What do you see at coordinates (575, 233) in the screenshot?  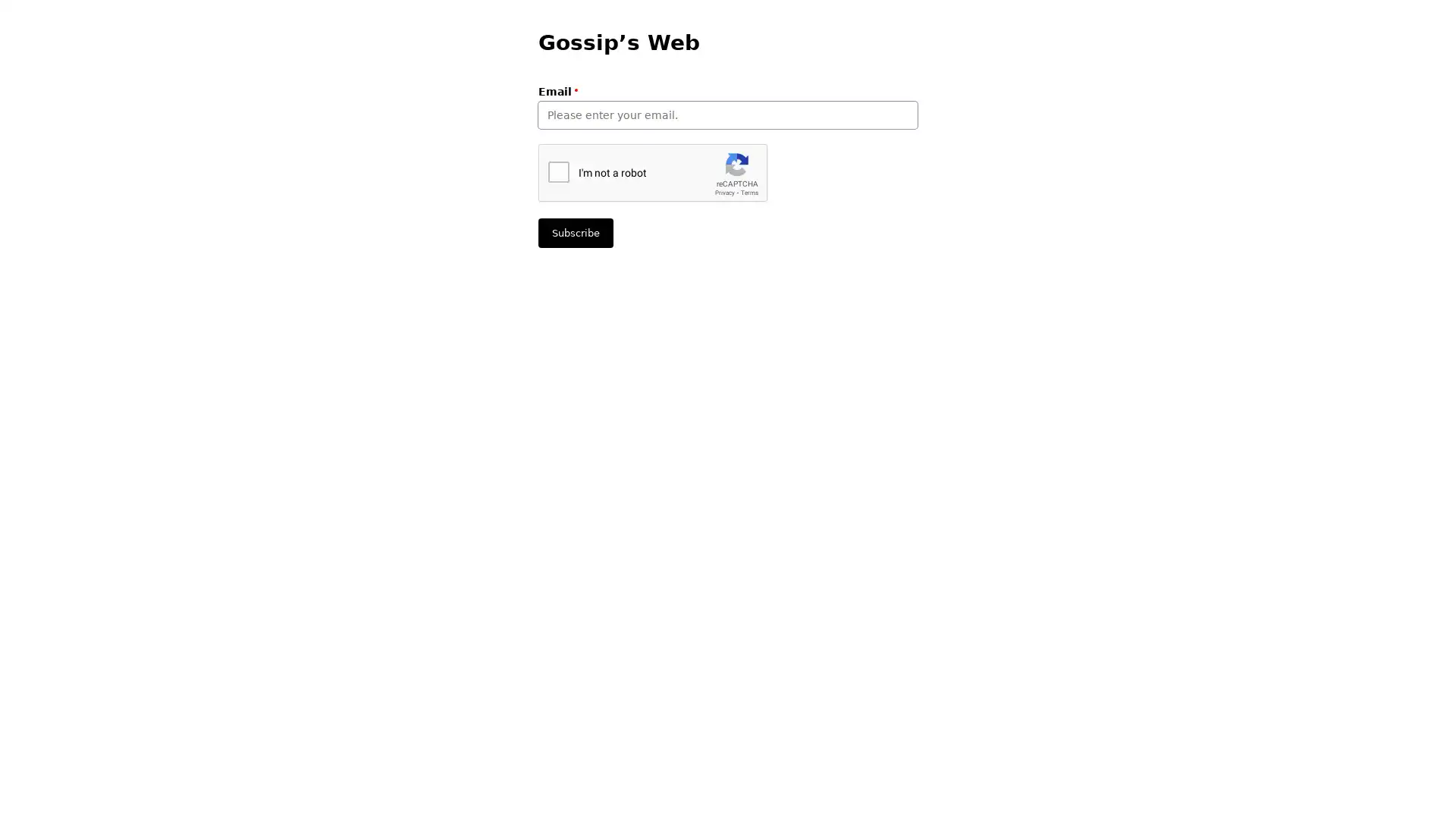 I see `Subscribe` at bounding box center [575, 233].